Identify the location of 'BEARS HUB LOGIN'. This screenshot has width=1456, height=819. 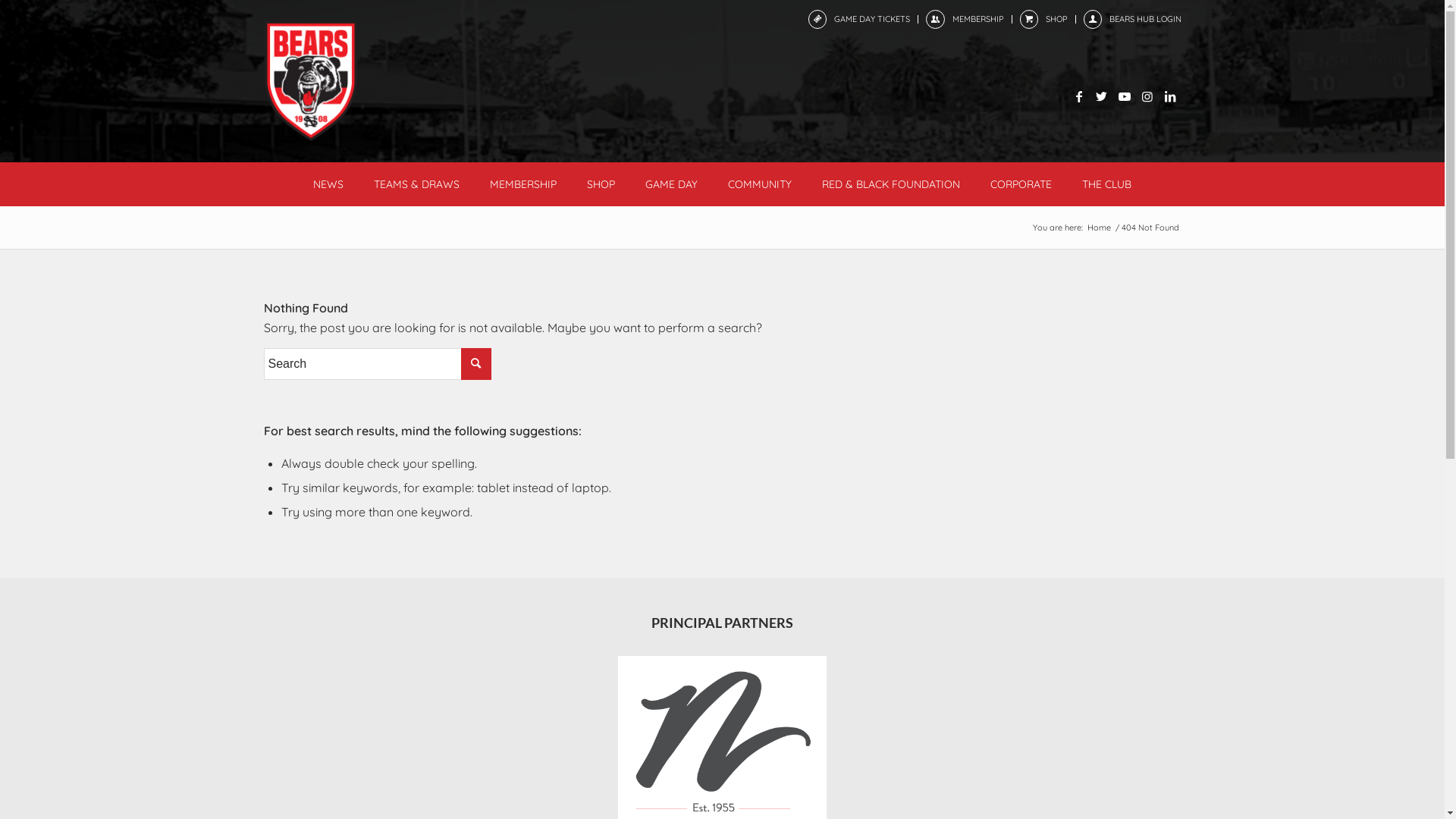
(1144, 18).